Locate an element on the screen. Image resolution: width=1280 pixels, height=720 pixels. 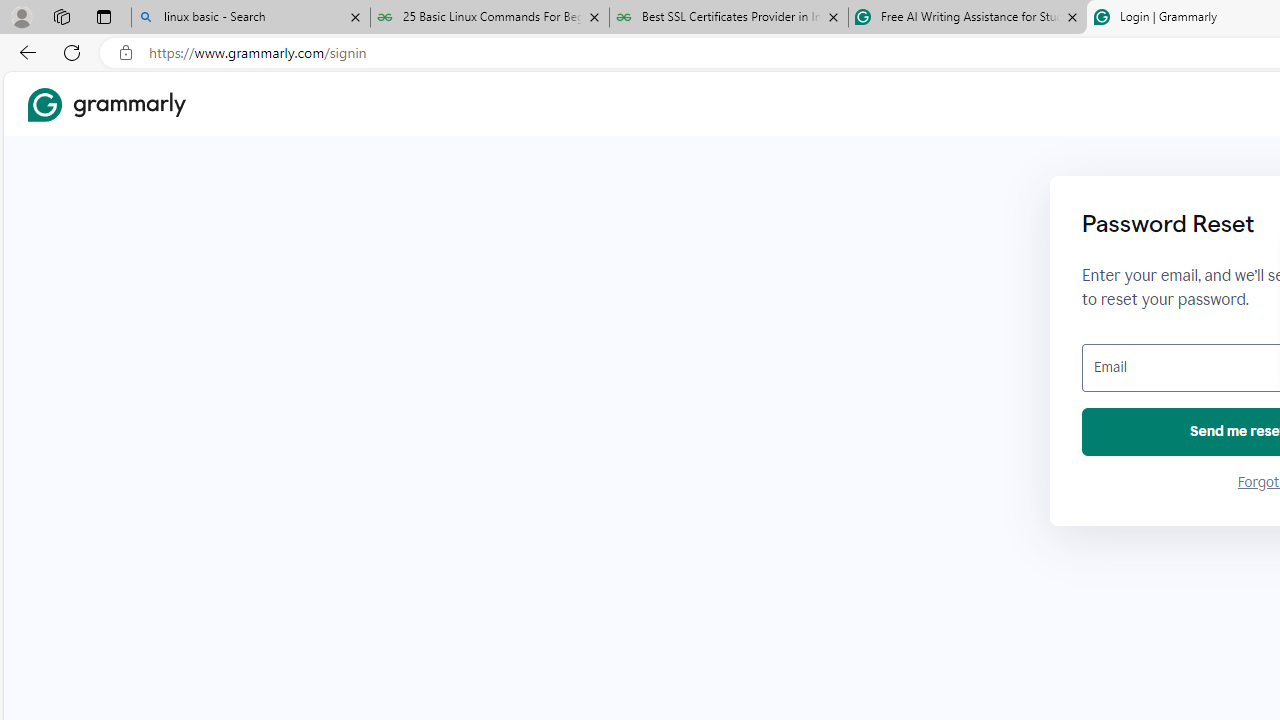
'25 Basic Linux Commands For Beginners - GeeksforGeeks' is located at coordinates (490, 17).